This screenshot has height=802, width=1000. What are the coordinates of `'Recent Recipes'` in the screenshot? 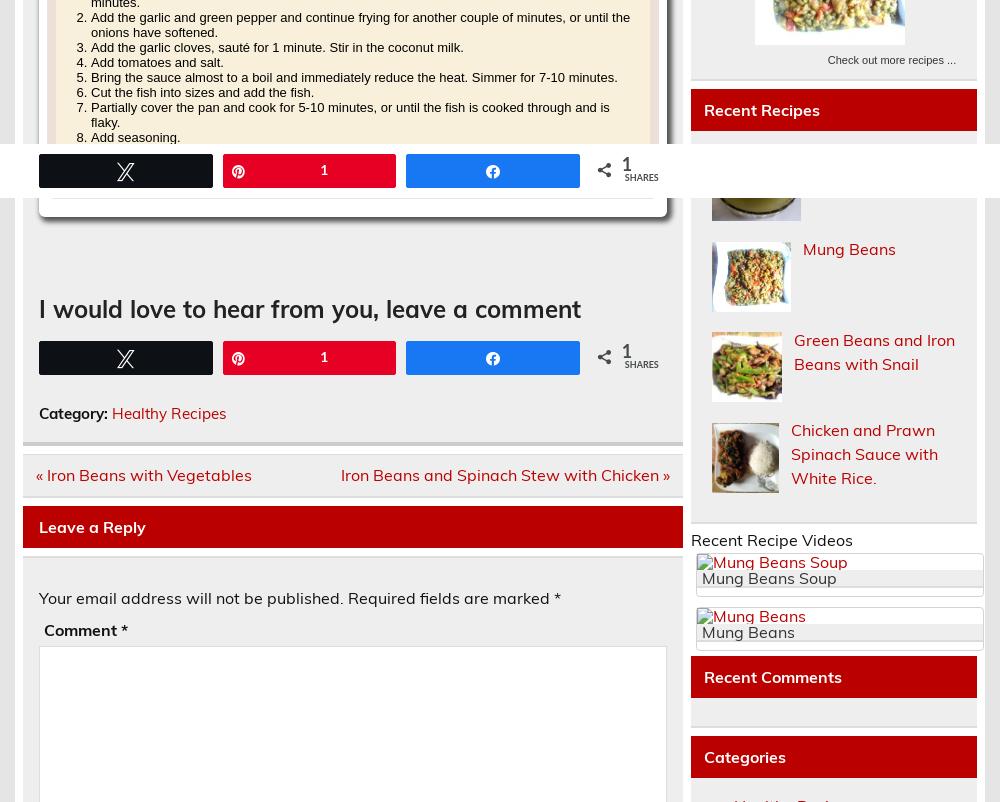 It's located at (702, 108).